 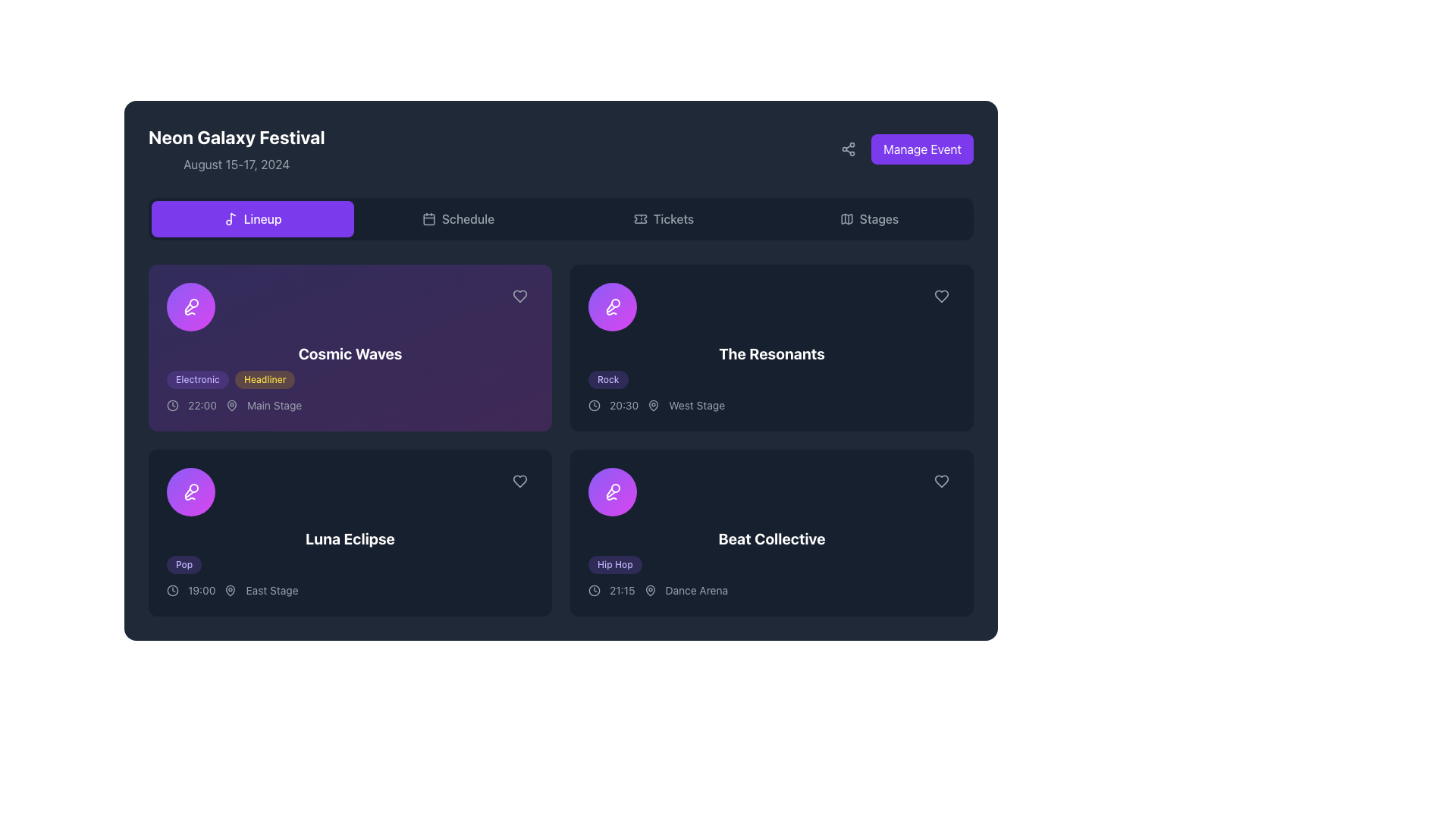 What do you see at coordinates (349, 379) in the screenshot?
I see `the labels of the pill-shaped badges labeled 'Electronic' and 'Headliner' within the 'Cosmic Waves' event card, located in the top-left section of the layout` at bounding box center [349, 379].